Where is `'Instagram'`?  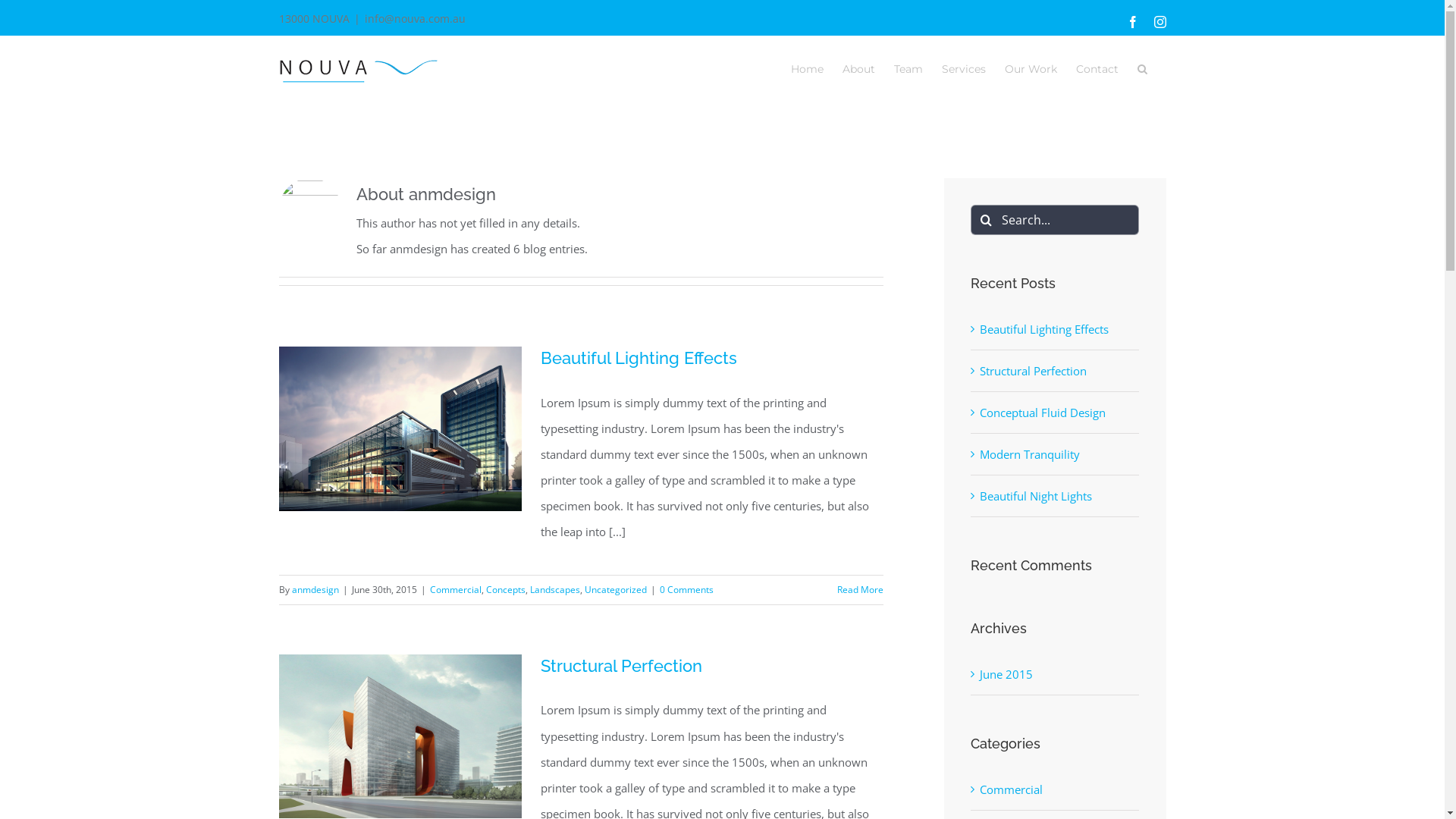 'Instagram' is located at coordinates (1153, 20).